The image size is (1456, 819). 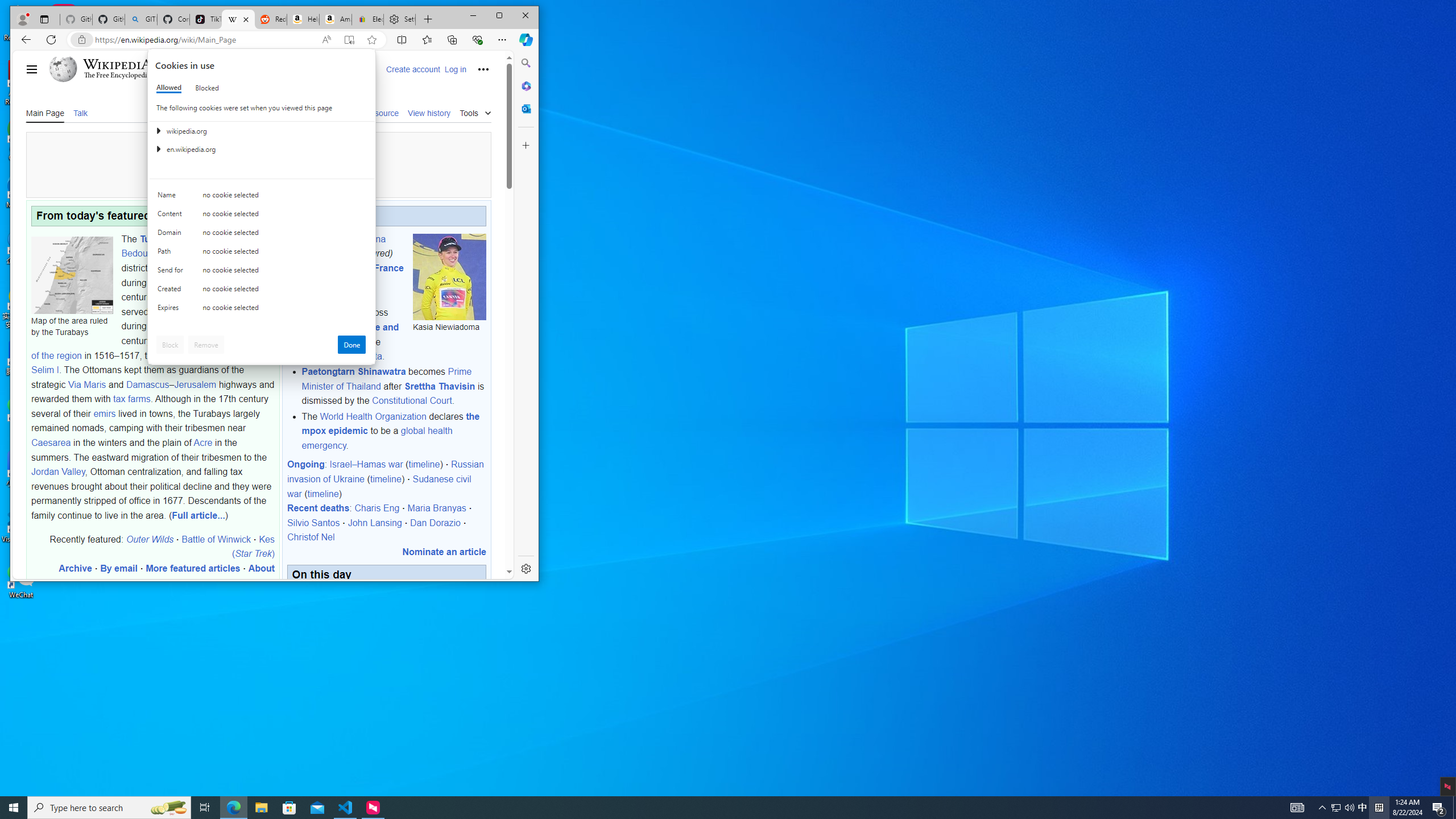 I want to click on 'Domain', so click(x=172, y=235).